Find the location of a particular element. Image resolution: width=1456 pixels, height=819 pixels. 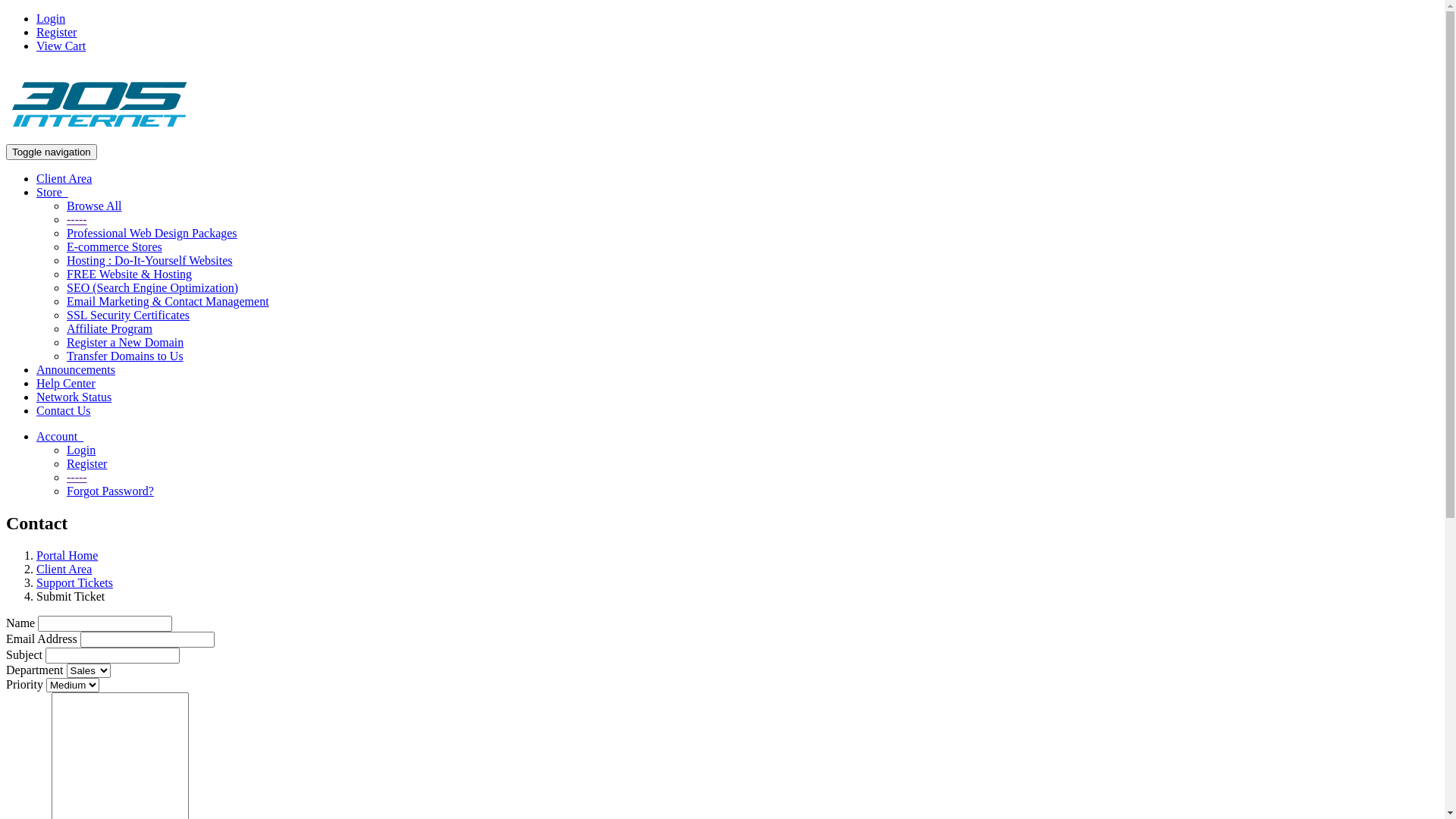

'Help Center' is located at coordinates (64, 382).